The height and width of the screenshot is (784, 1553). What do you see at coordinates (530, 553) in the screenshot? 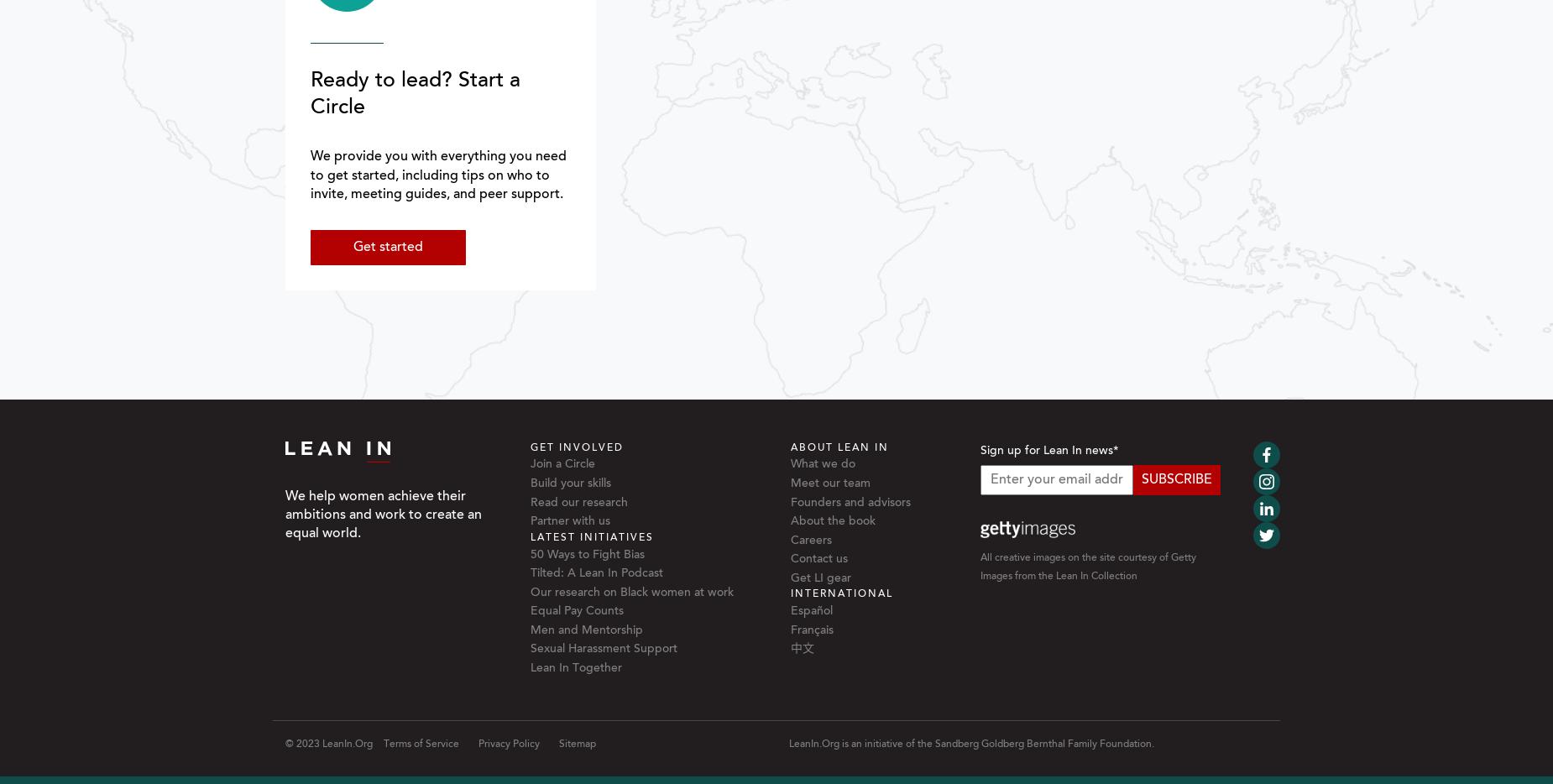
I see `'50 Ways to Fight Bias'` at bounding box center [530, 553].